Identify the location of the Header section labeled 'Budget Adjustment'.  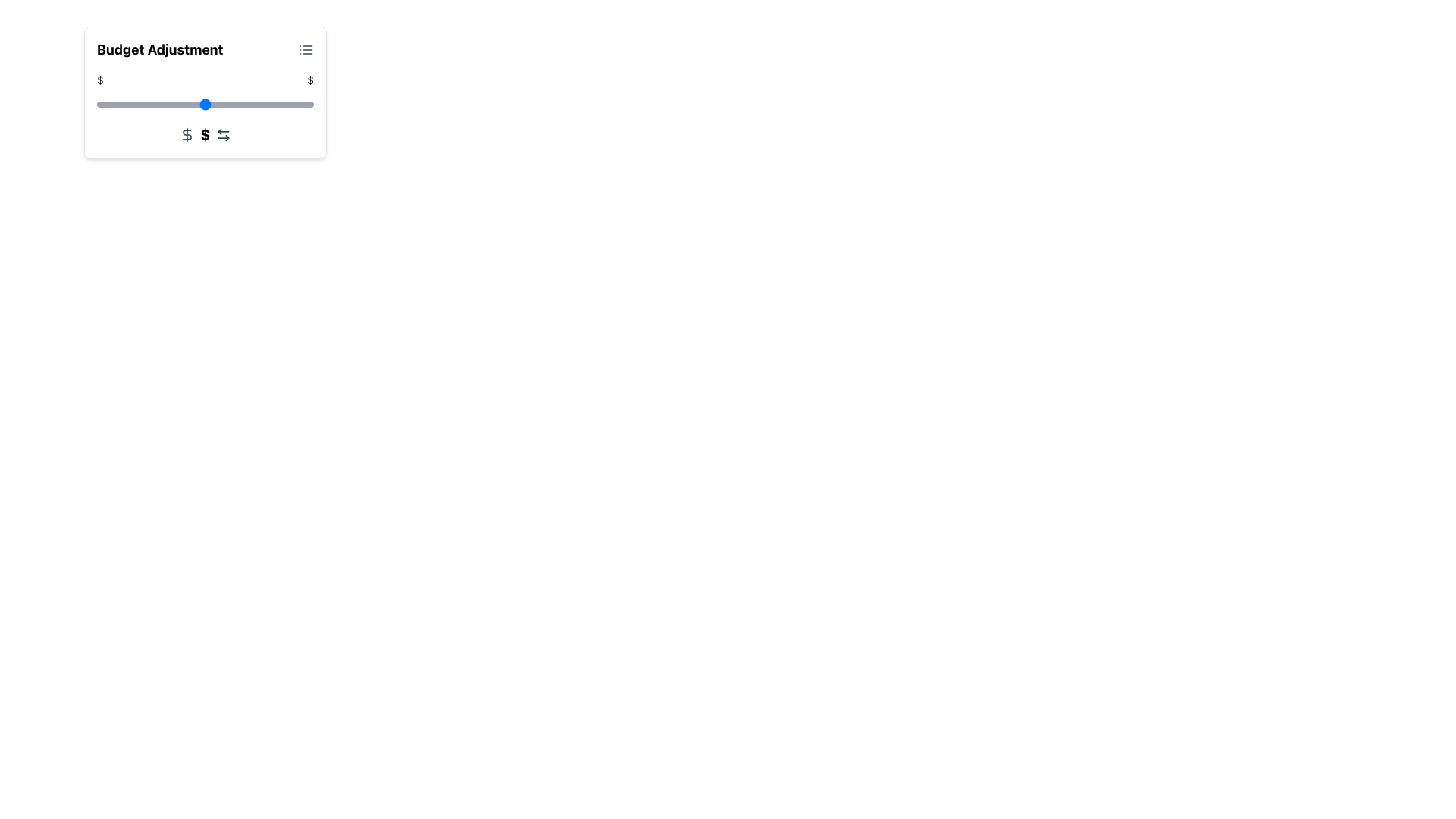
(204, 49).